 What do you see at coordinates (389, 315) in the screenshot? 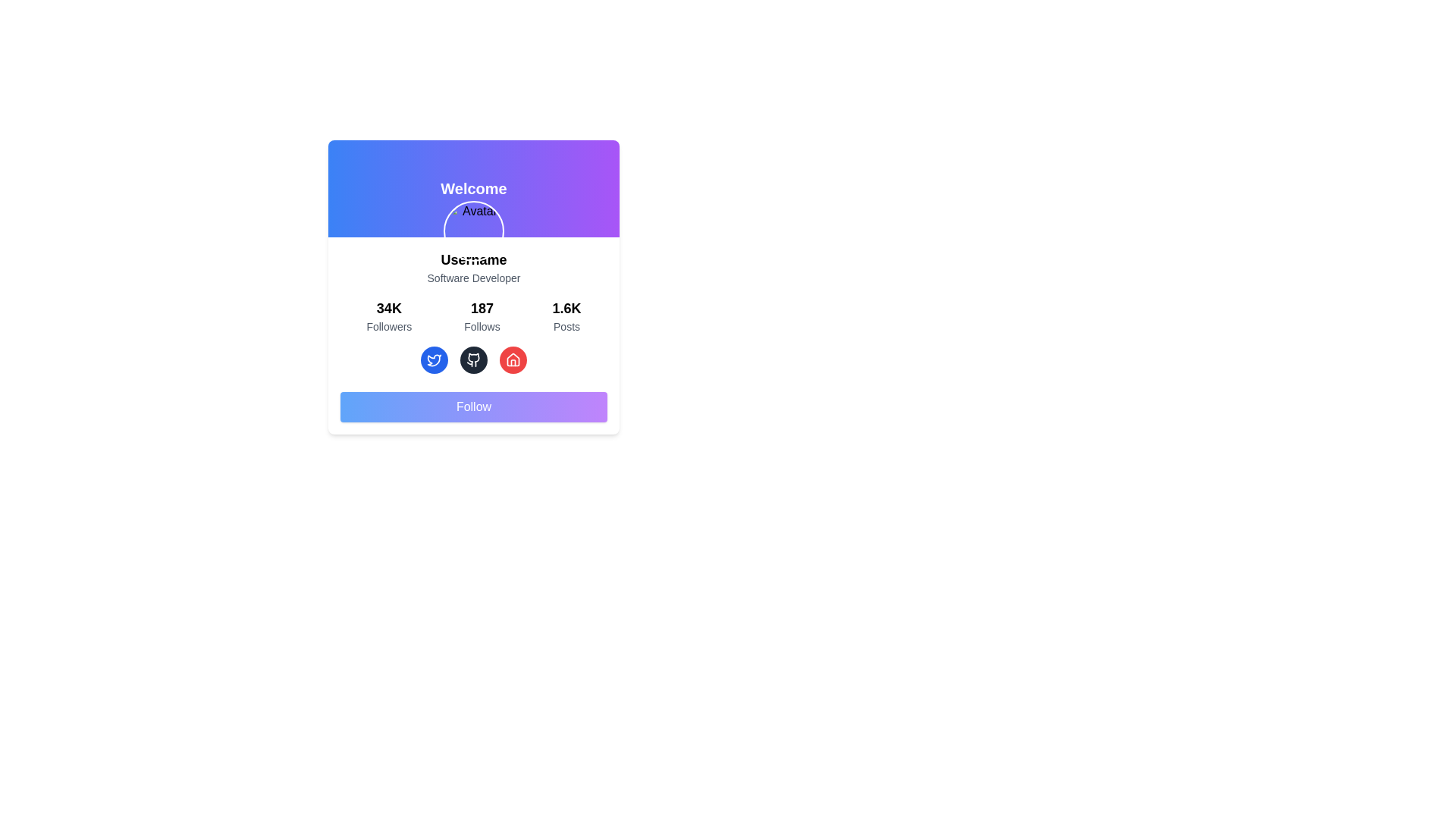
I see `the first static text block displaying '34K Followers', which is part of a vertically-stacked group of three similar components` at bounding box center [389, 315].